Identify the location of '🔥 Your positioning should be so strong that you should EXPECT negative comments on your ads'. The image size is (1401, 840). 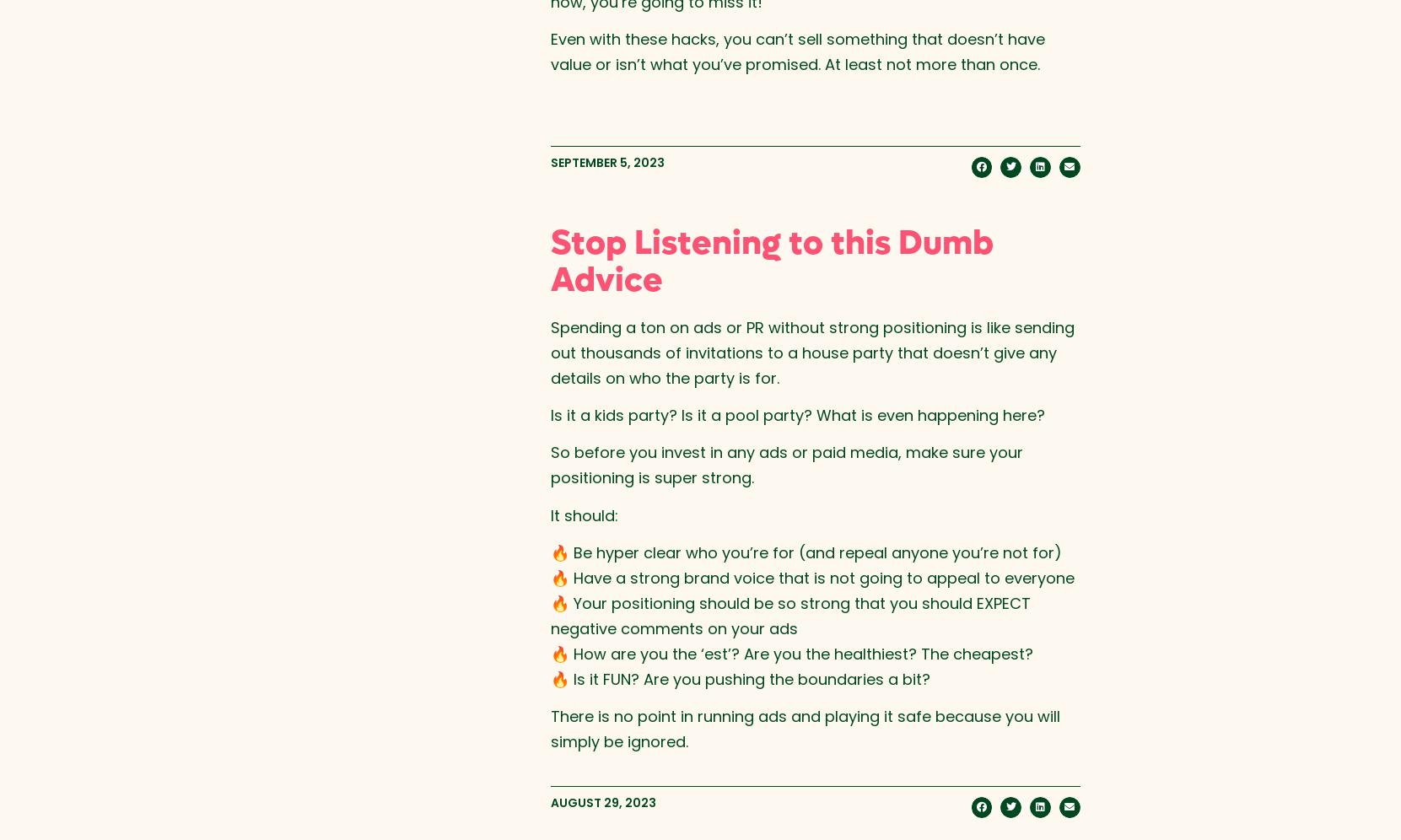
(549, 615).